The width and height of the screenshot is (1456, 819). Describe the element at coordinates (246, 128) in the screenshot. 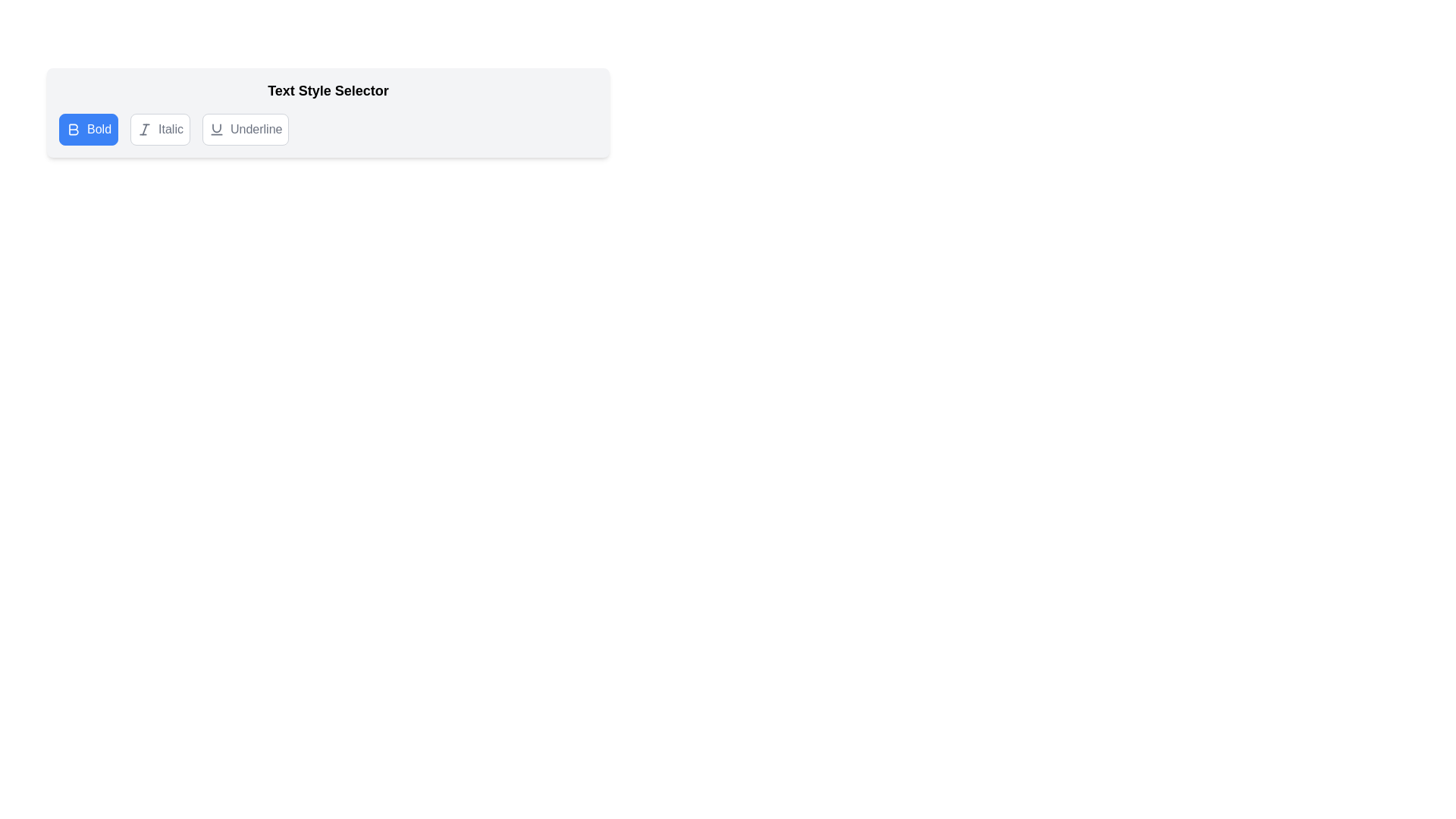

I see `the 'Underline' button, which is the third button from the left in the text-style selector group` at that location.